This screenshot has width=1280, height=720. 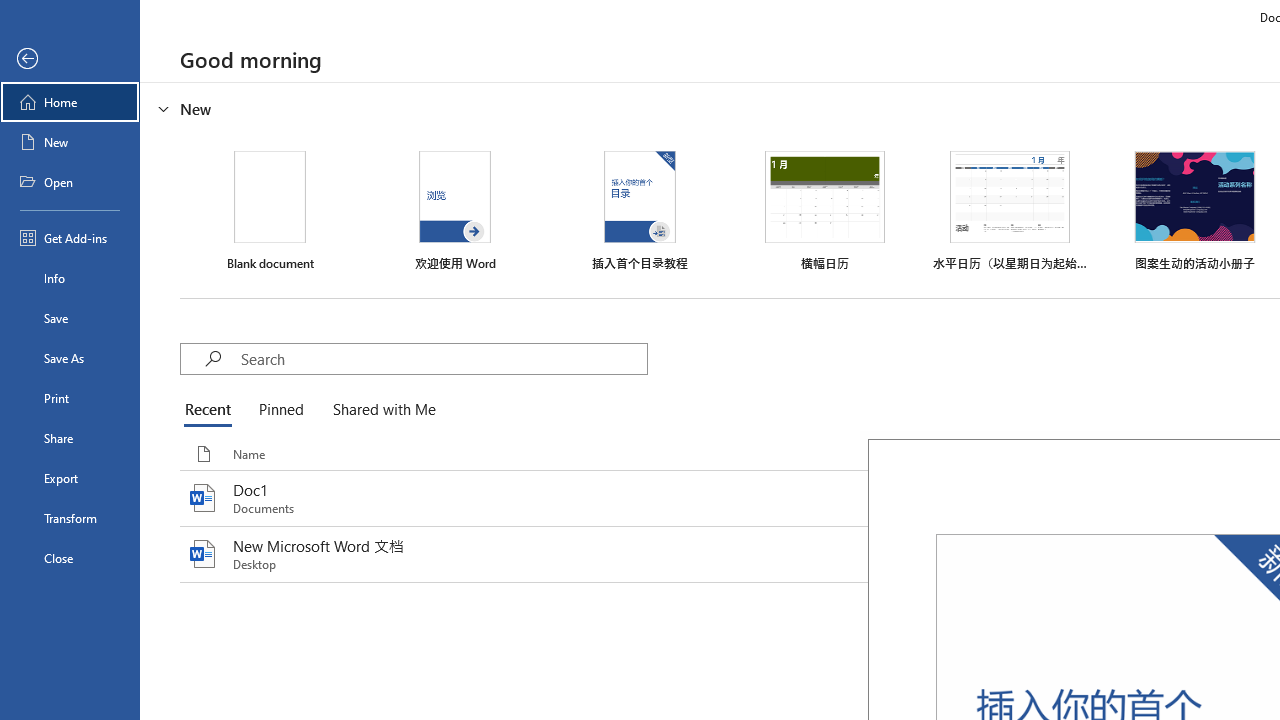 What do you see at coordinates (269, 211) in the screenshot?
I see `'Blank document'` at bounding box center [269, 211].